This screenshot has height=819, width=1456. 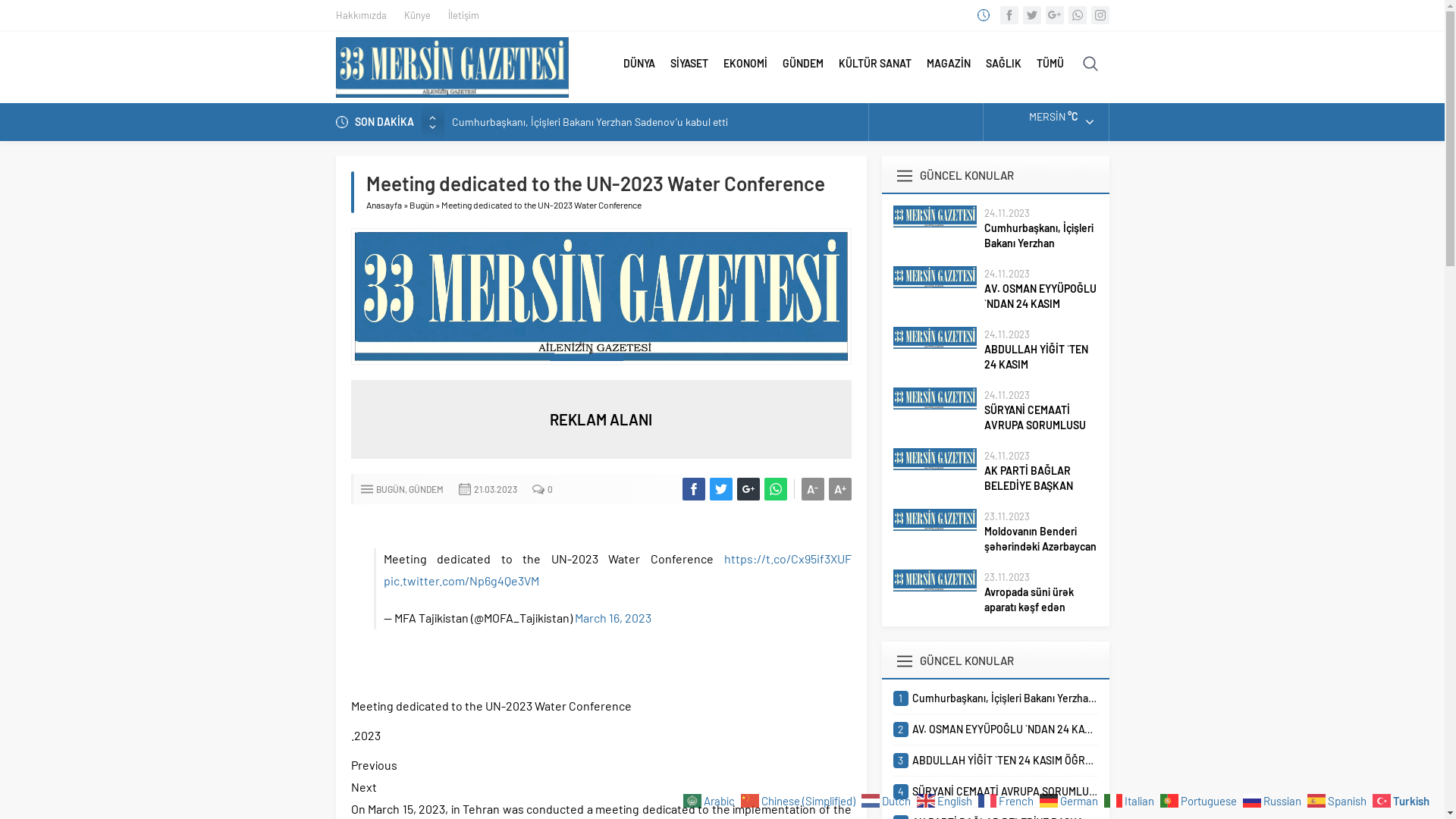 I want to click on 'Italian', so click(x=1103, y=799).